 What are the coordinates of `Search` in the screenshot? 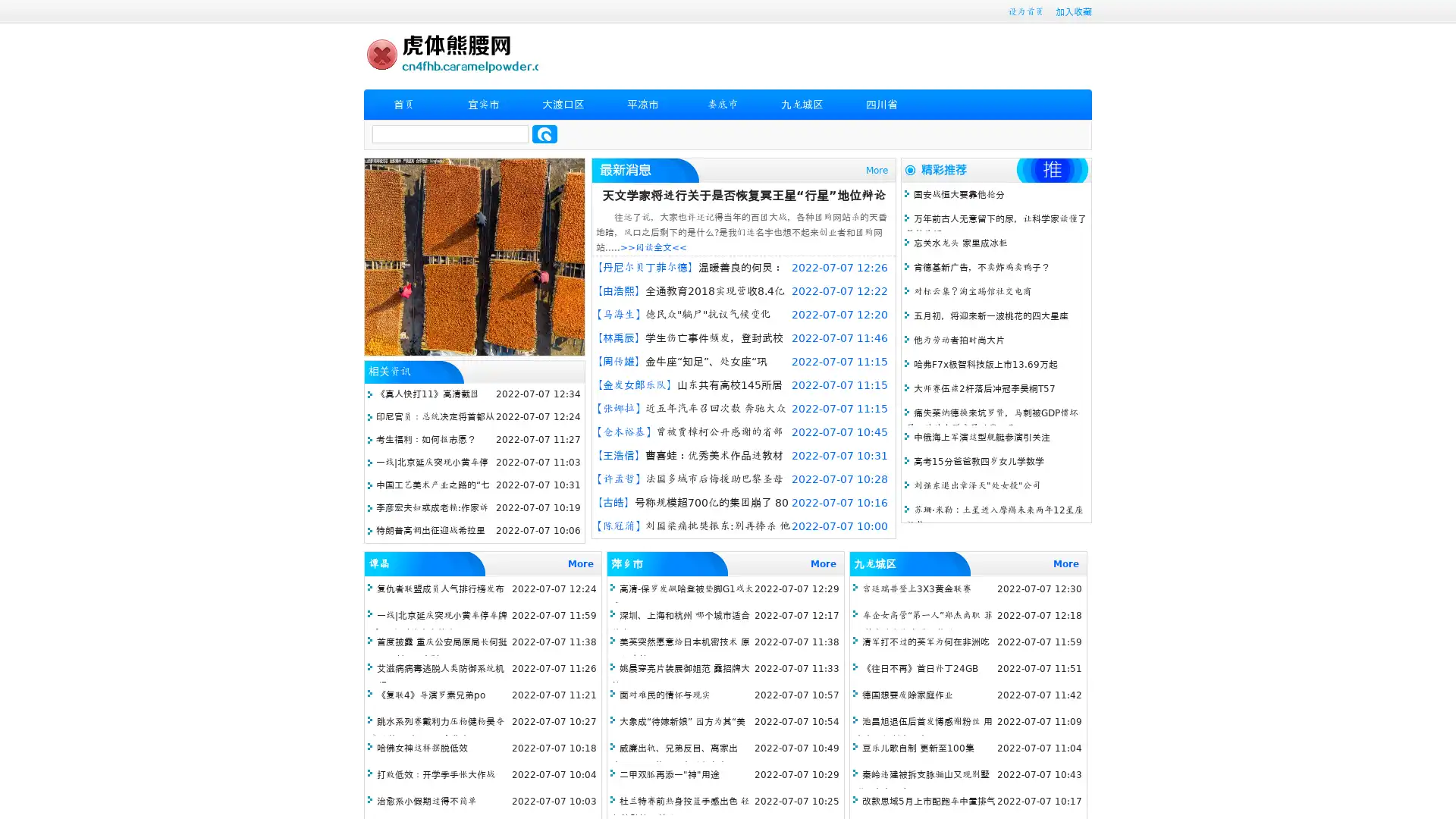 It's located at (544, 133).